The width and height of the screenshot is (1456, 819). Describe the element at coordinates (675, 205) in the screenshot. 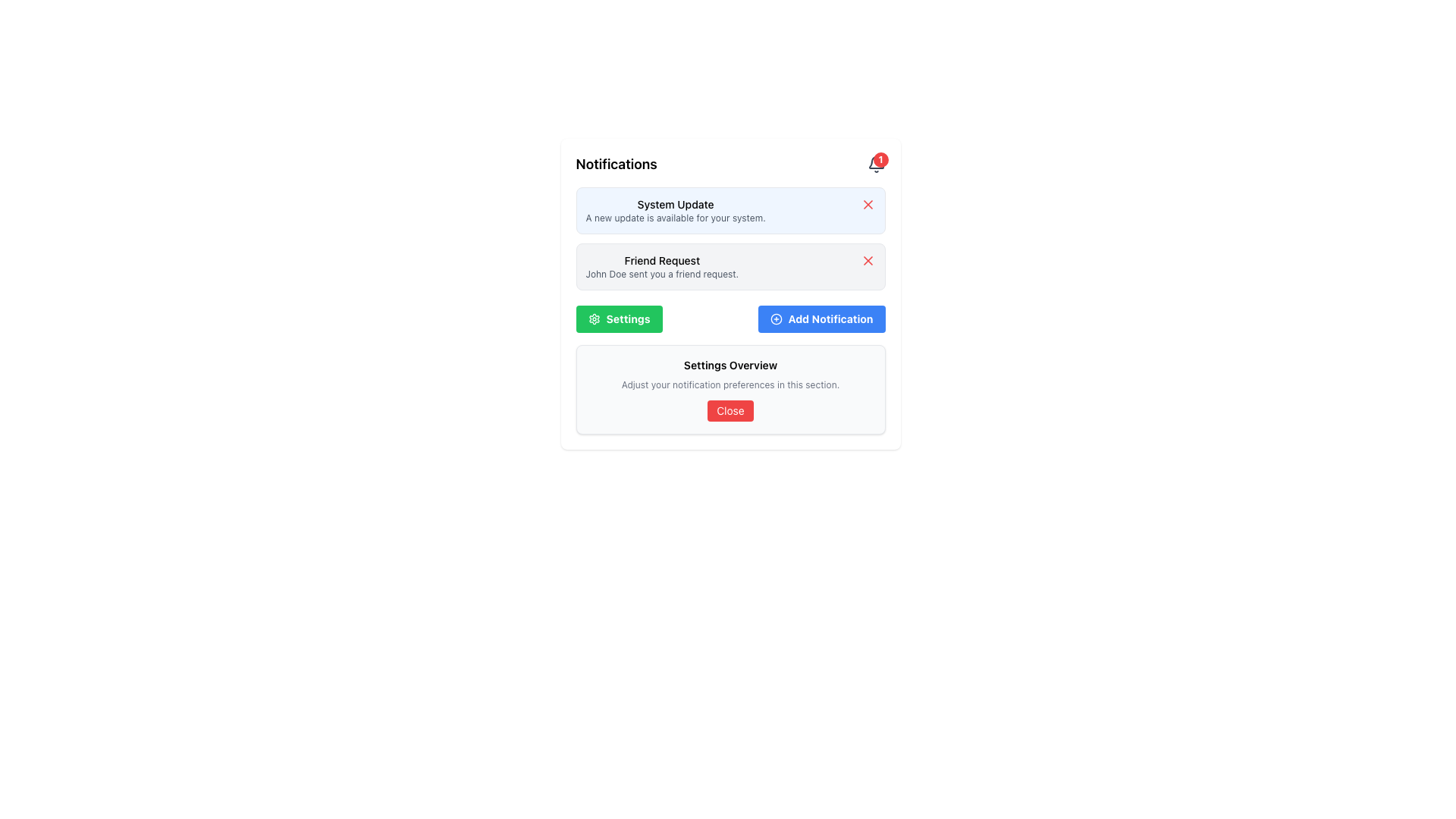

I see `the static text element that serves as the title for the notification labeled 'System Update'` at that location.